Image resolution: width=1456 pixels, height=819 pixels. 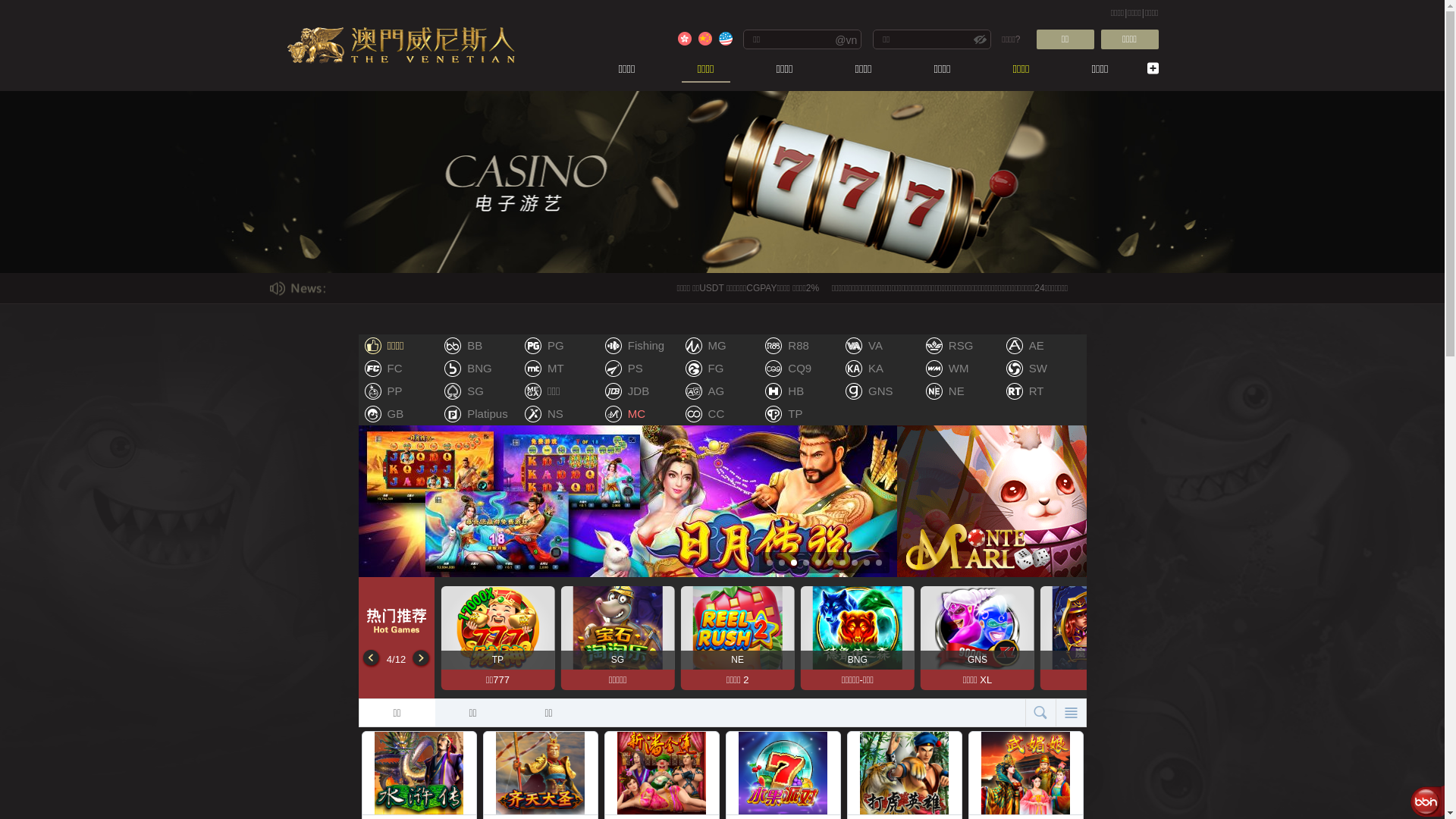 I want to click on 'English', so click(x=724, y=37).